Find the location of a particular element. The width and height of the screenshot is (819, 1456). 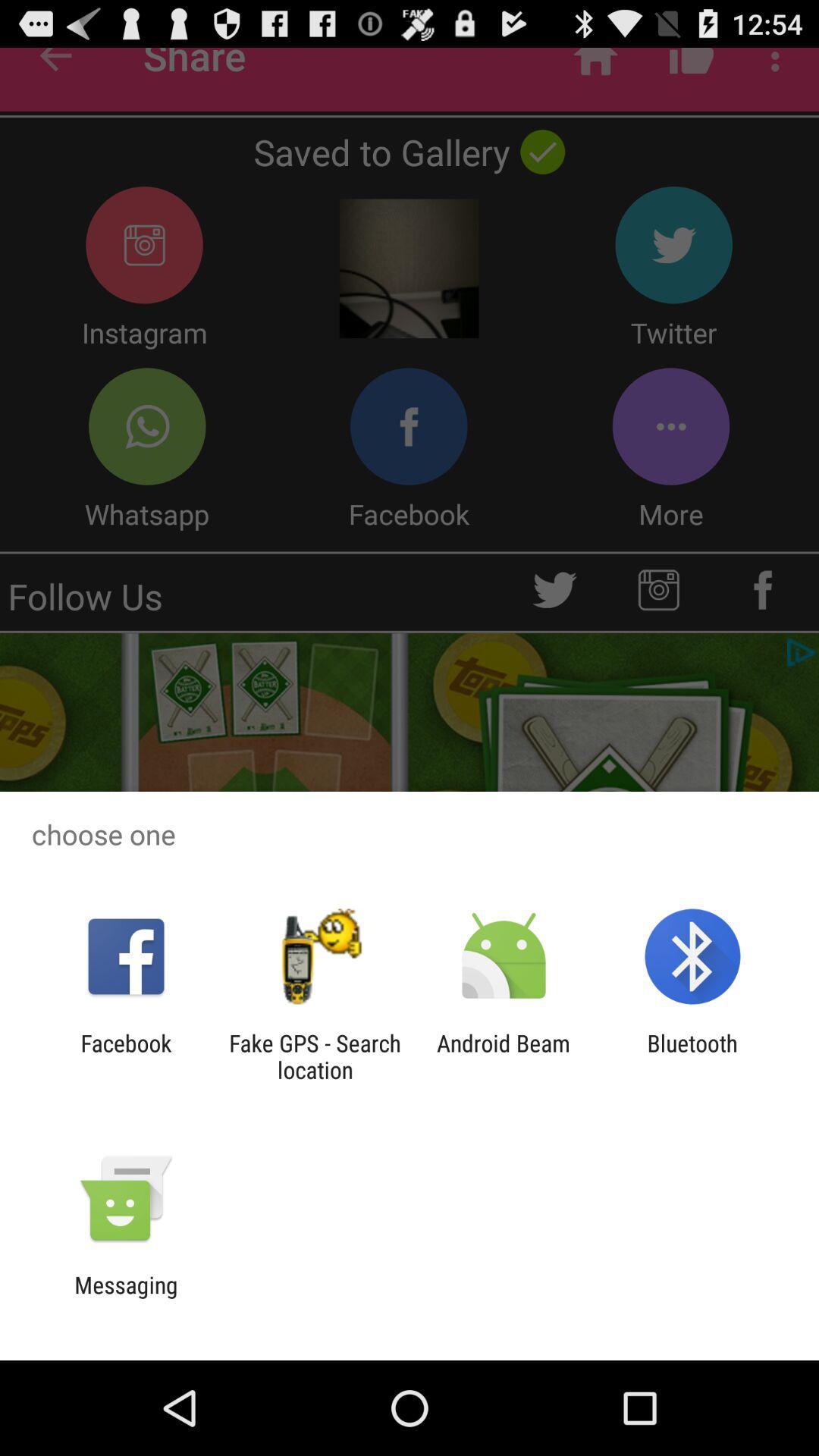

the messaging app is located at coordinates (125, 1298).